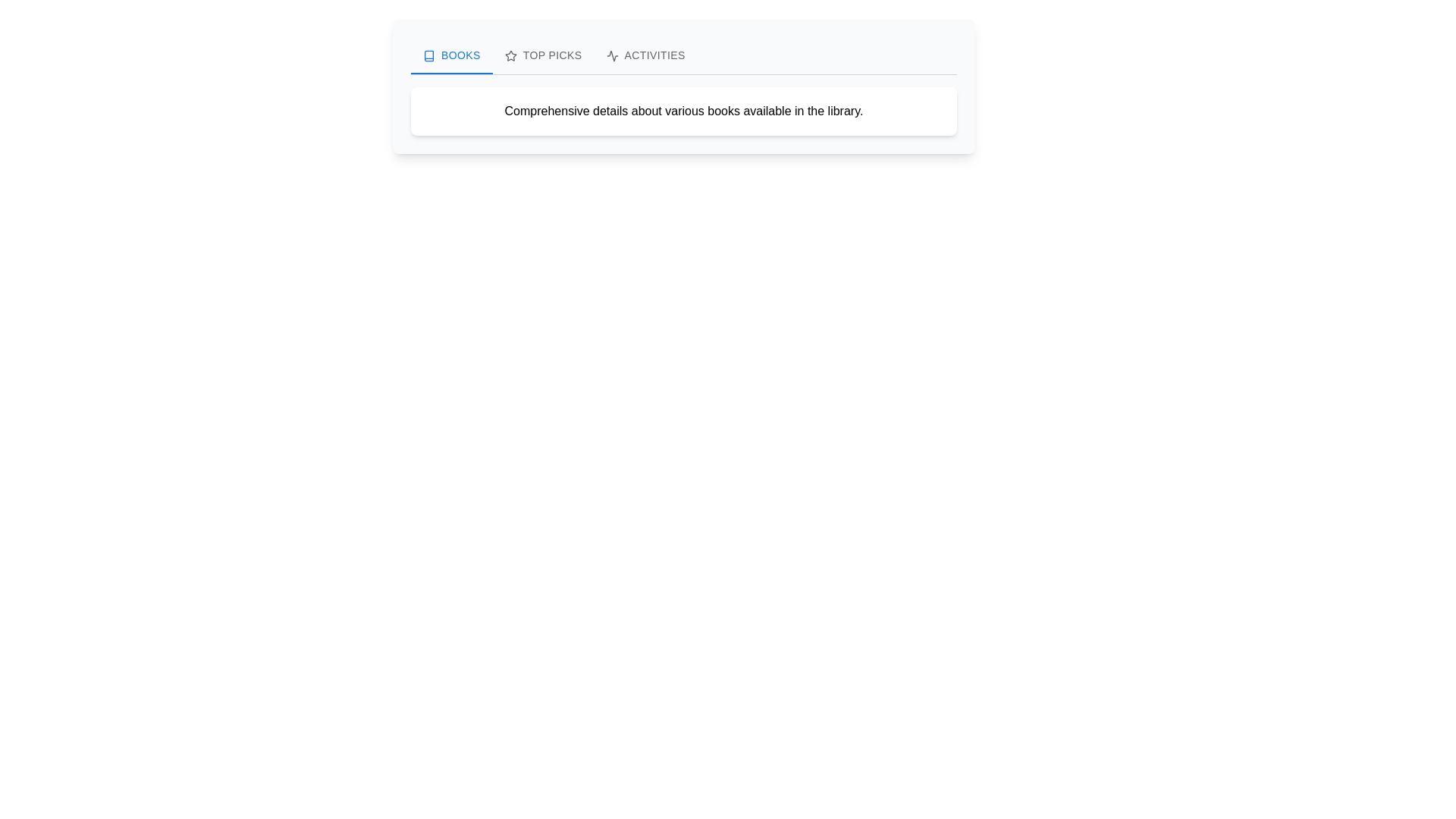 The height and width of the screenshot is (819, 1456). Describe the element at coordinates (654, 55) in the screenshot. I see `the text label displaying 'Activities' located in the menu bar at the top of the interface to possibly reveal a tooltip or visual feedback` at that location.